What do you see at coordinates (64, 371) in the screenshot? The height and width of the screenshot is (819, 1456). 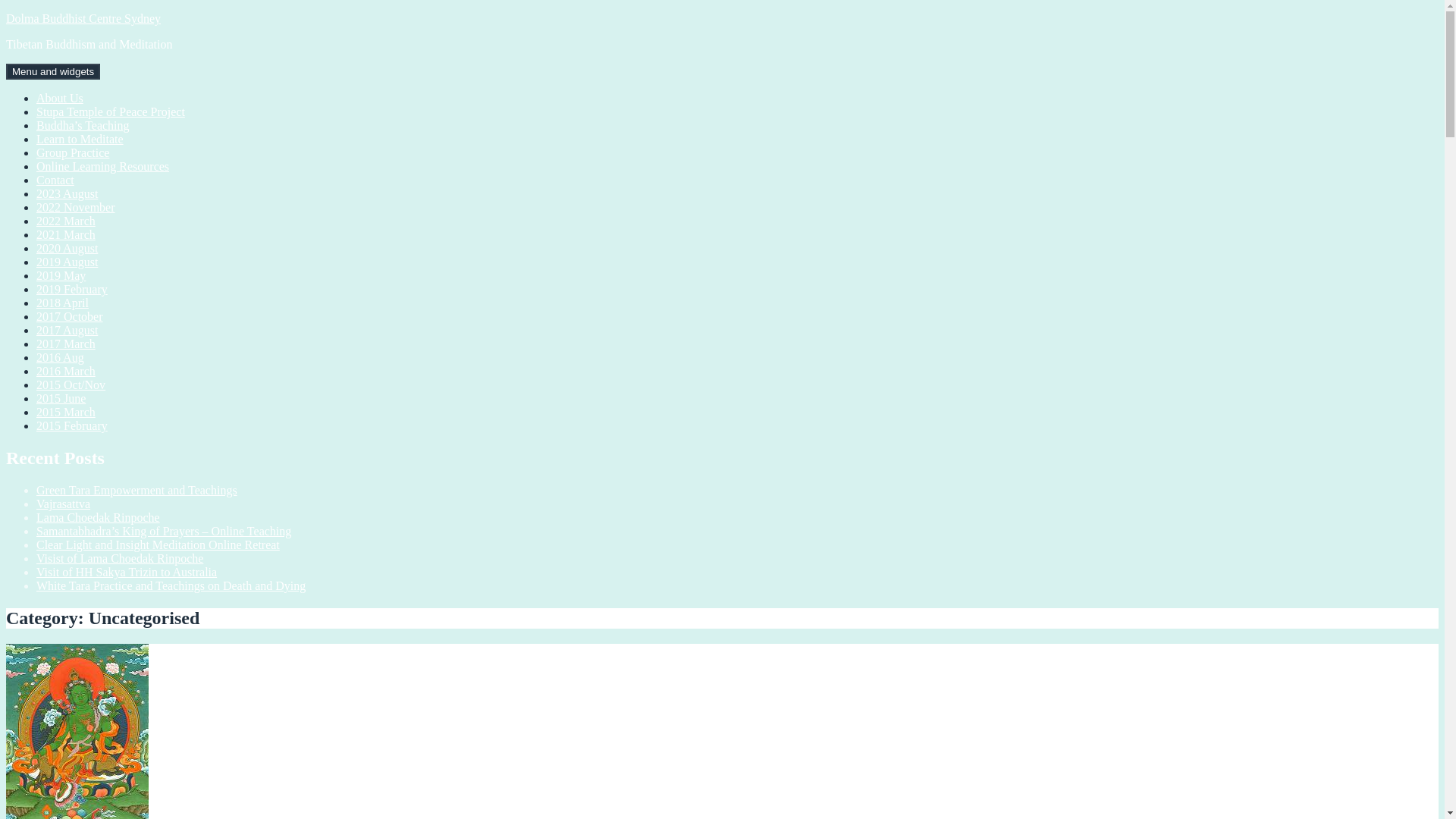 I see `'2016 March'` at bounding box center [64, 371].